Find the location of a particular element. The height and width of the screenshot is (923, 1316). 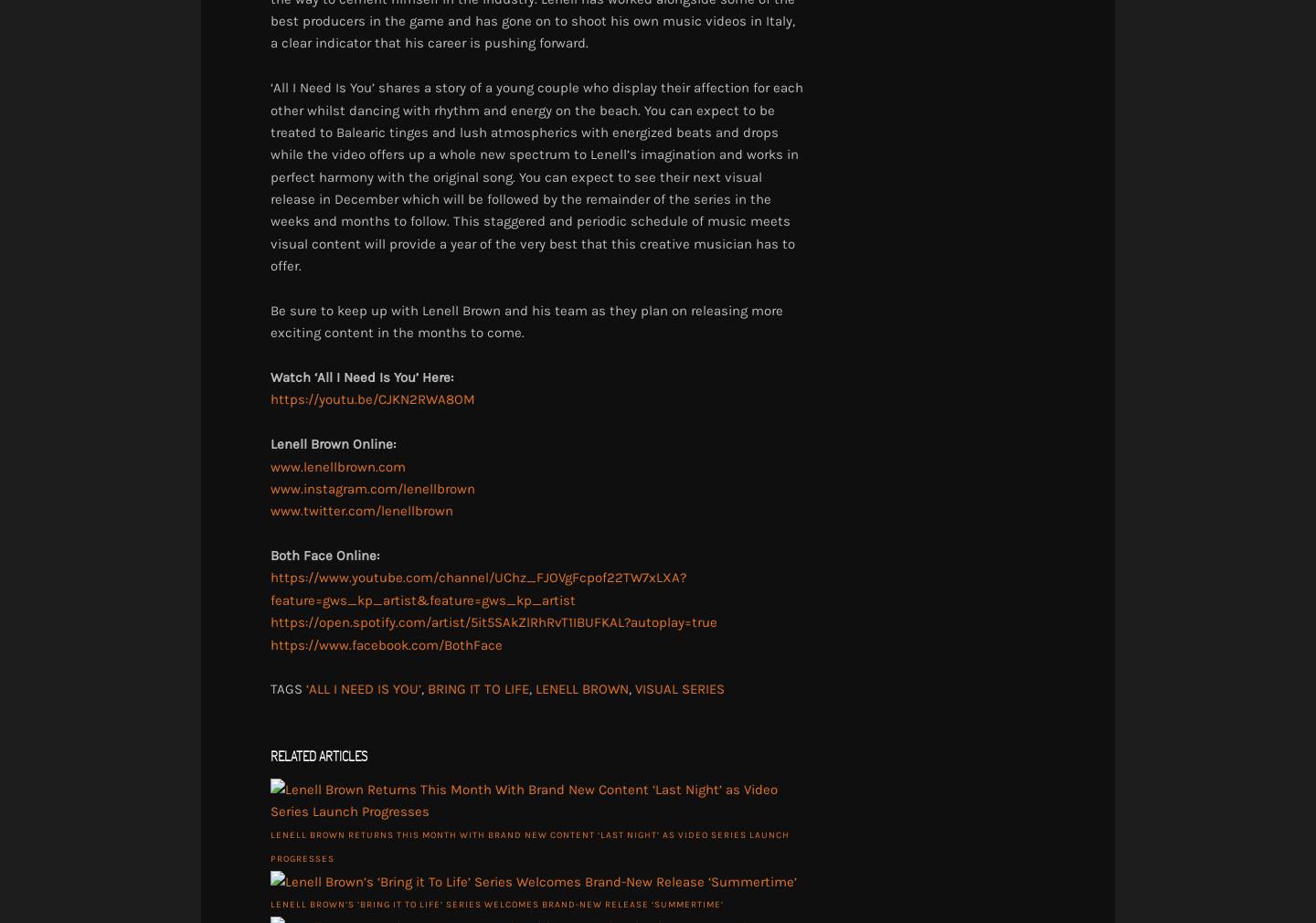

'TAGS' is located at coordinates (270, 687).